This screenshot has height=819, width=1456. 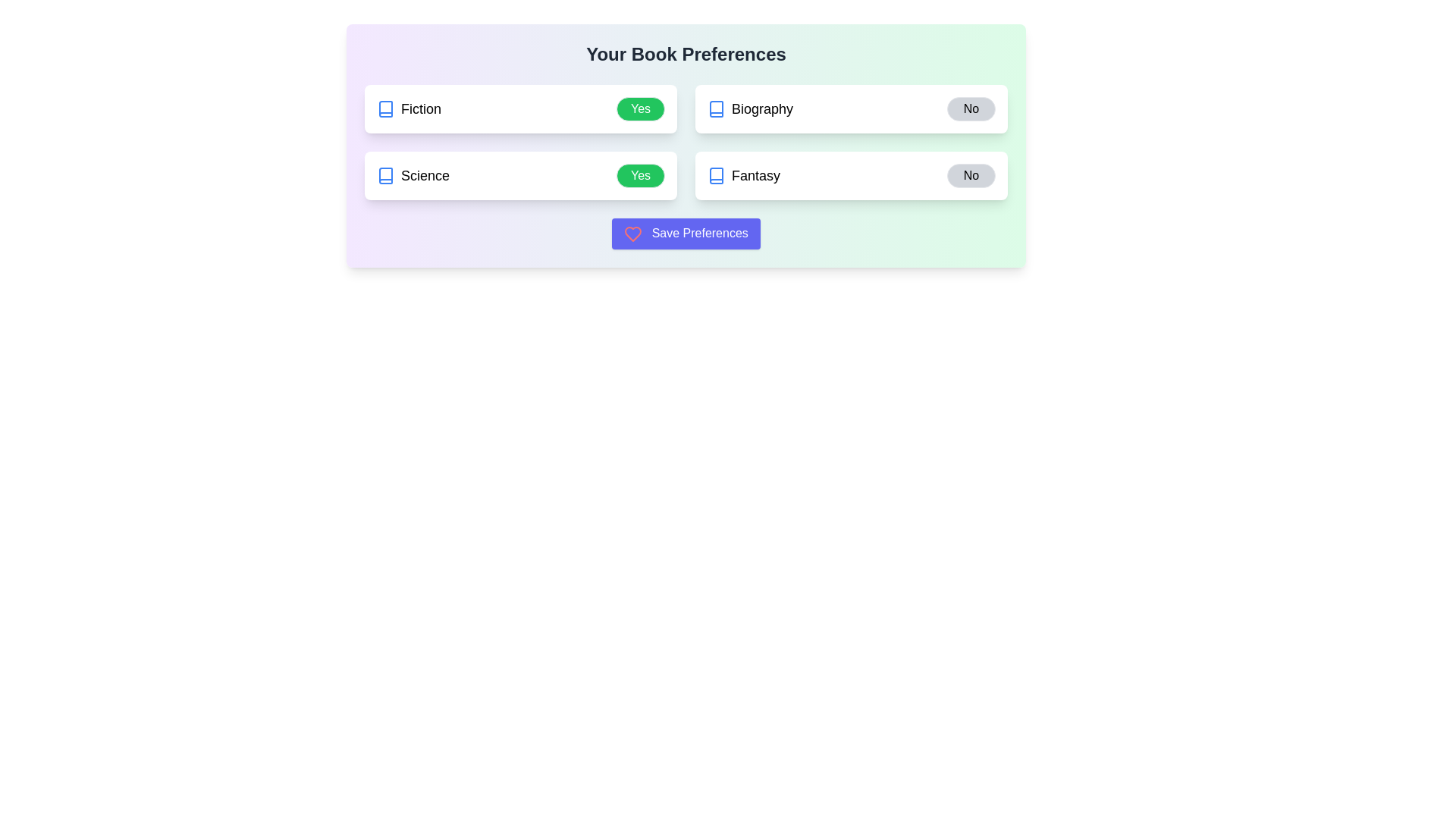 I want to click on 'Save Preferences' button to save the current selections, so click(x=686, y=234).